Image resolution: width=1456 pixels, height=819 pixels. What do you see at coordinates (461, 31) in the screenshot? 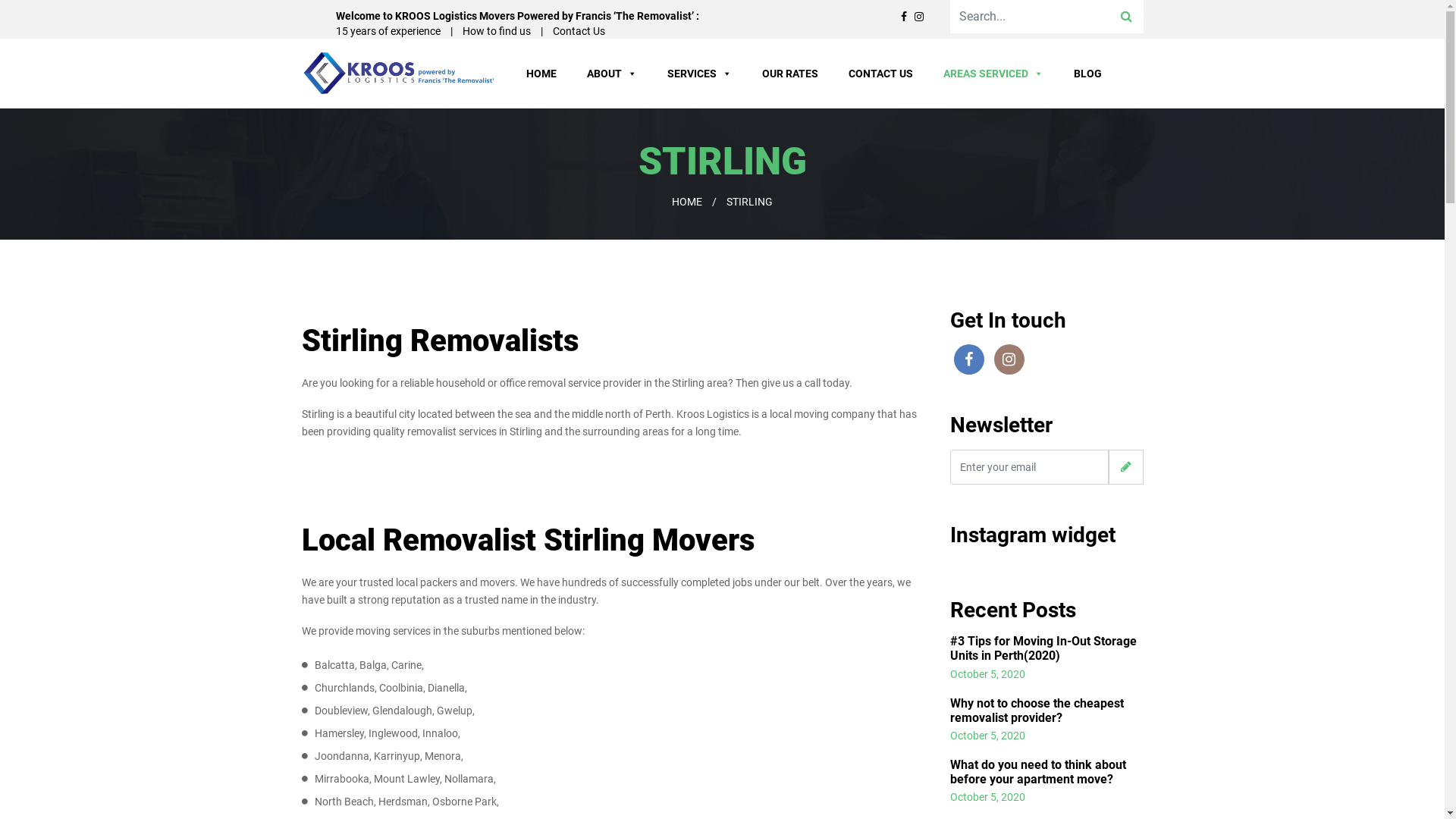
I see `'How to find us'` at bounding box center [461, 31].